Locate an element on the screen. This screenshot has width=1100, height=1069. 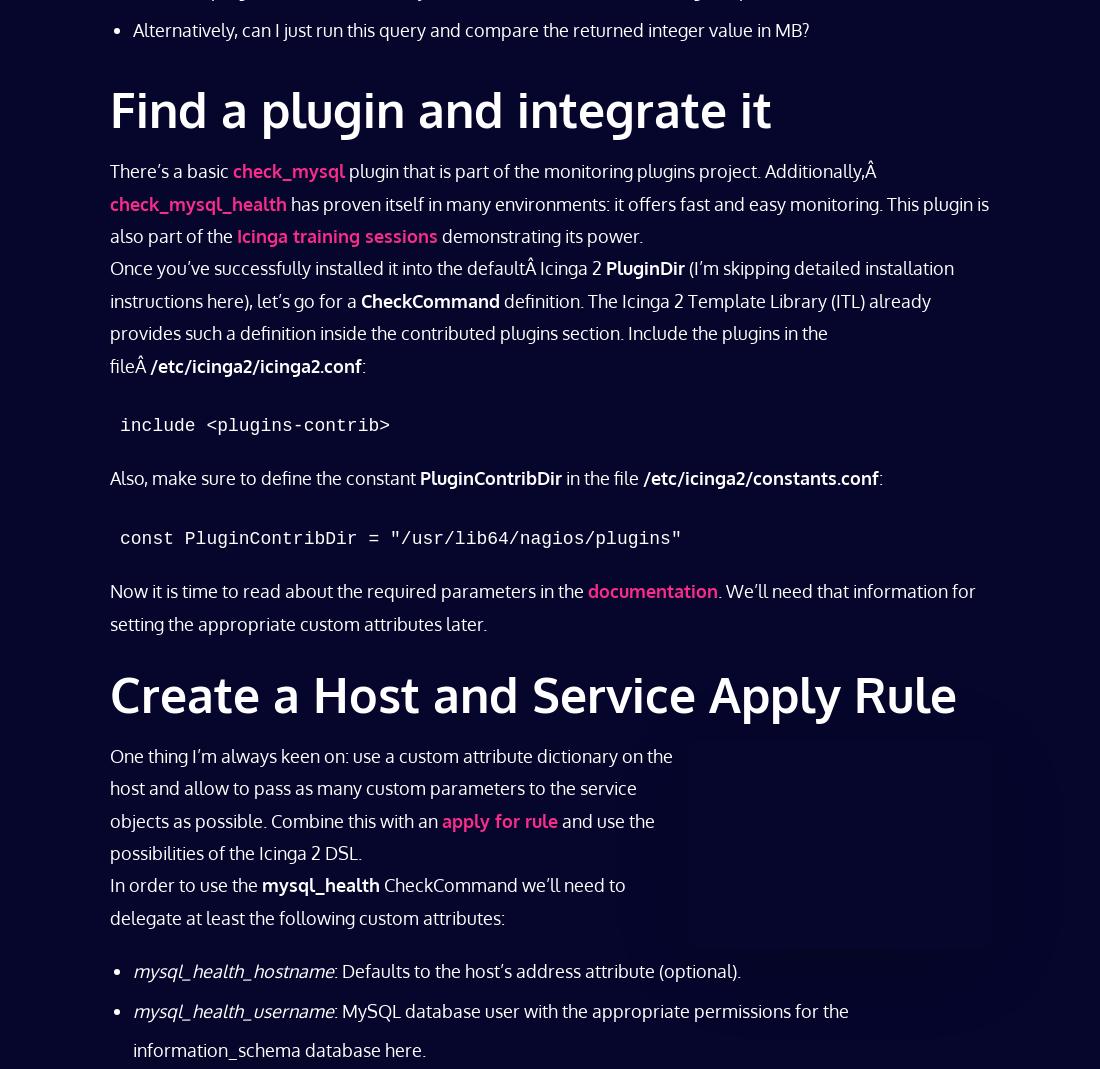
'(I’m skipping detailed installation instructions here), let’s go for a' is located at coordinates (531, 283).